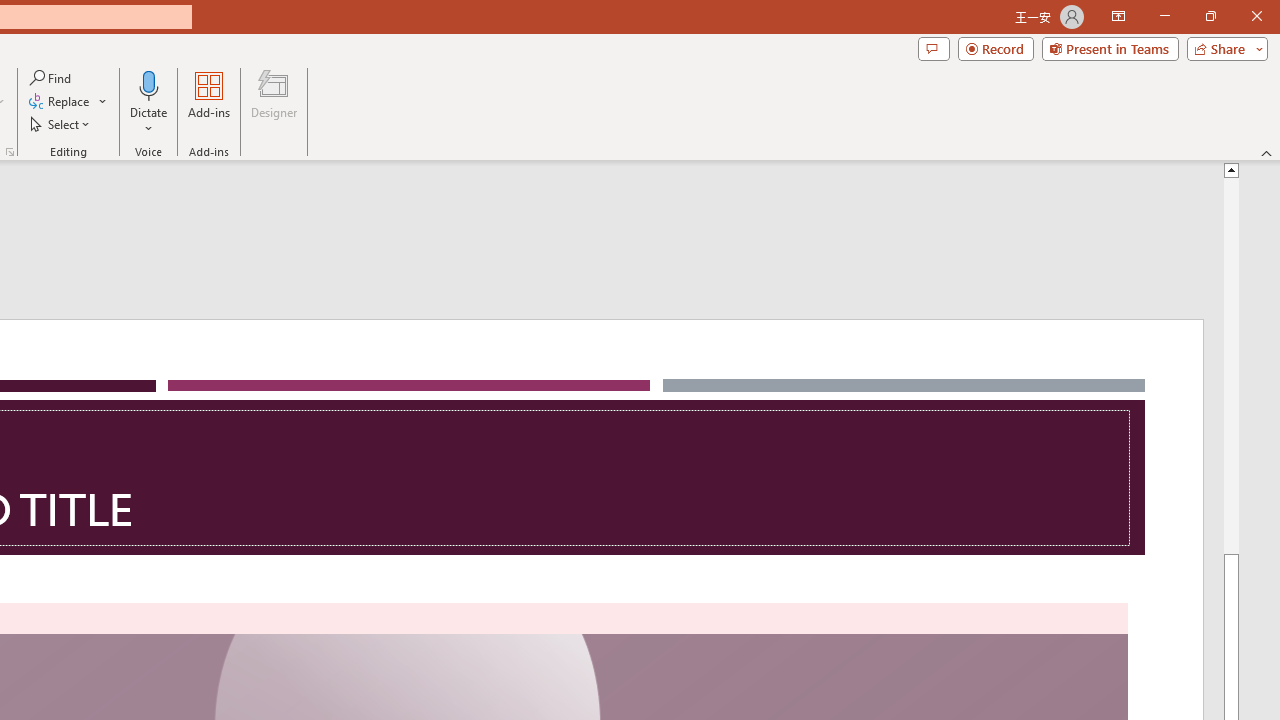 The width and height of the screenshot is (1280, 720). What do you see at coordinates (932, 47) in the screenshot?
I see `'Comments'` at bounding box center [932, 47].